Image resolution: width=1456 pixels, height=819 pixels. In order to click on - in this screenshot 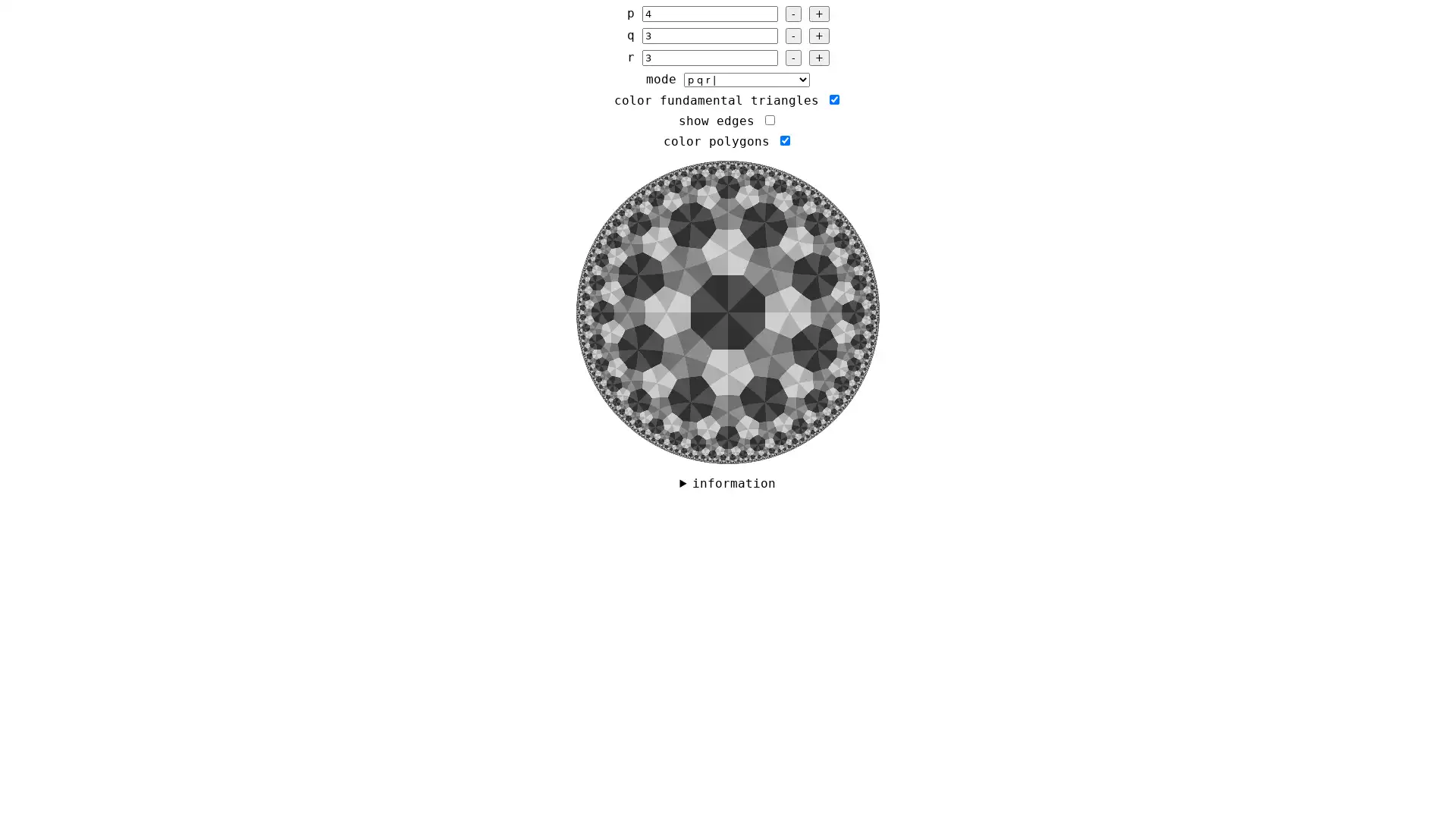, I will do `click(792, 14)`.